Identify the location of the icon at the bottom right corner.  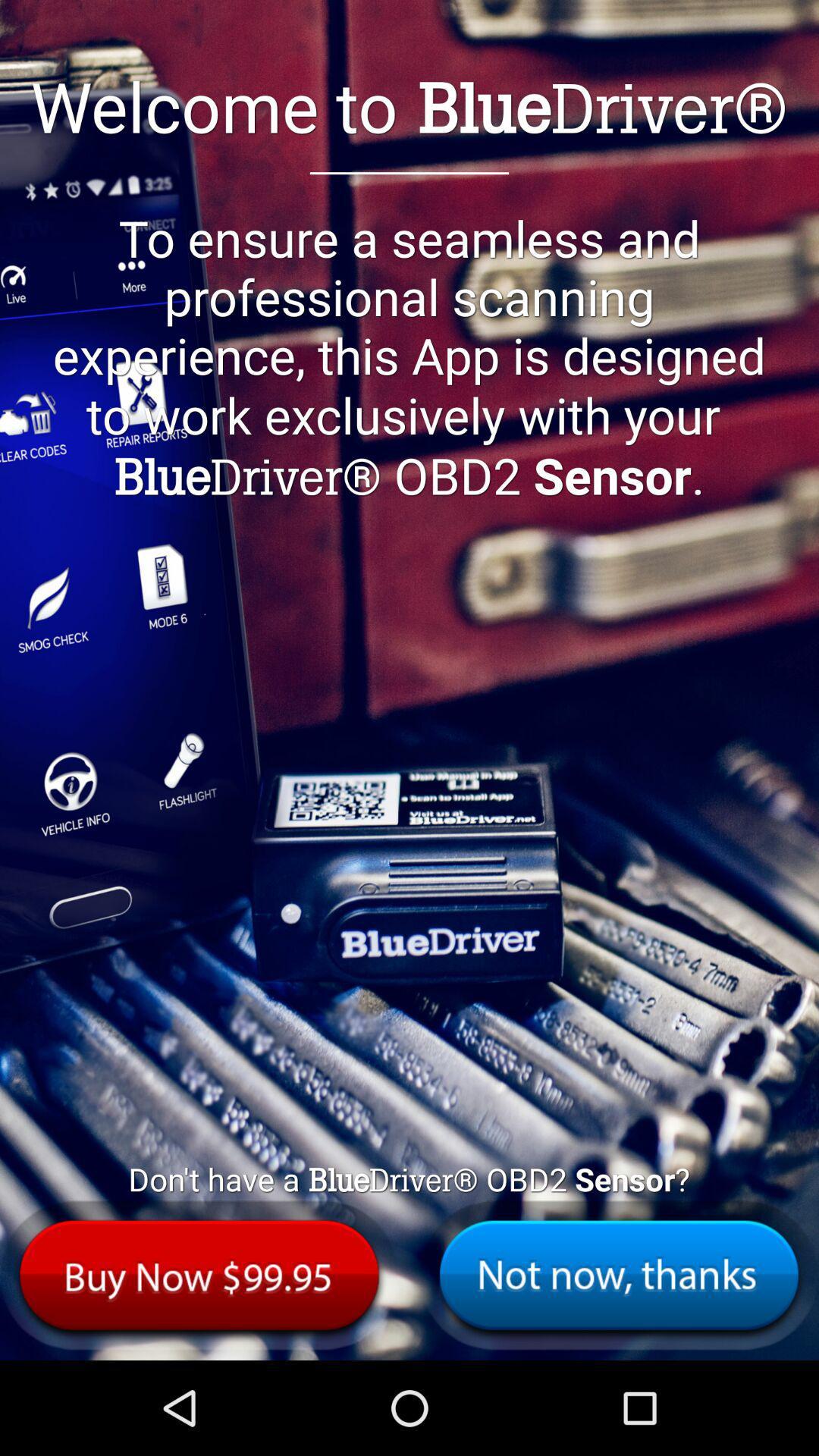
(619, 1274).